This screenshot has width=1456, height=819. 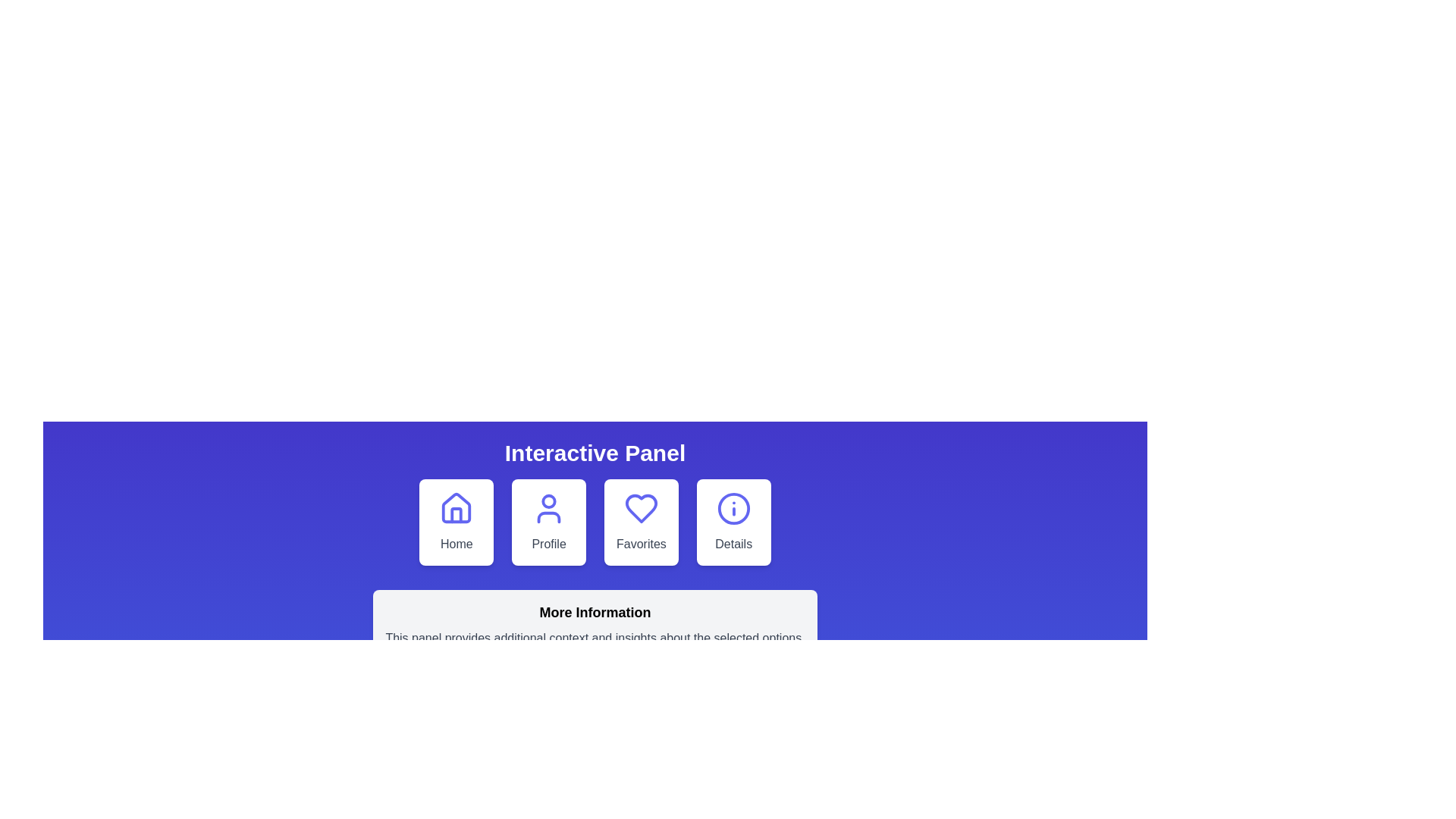 What do you see at coordinates (733, 509) in the screenshot?
I see `the circular icon with an 'i' symbol, which is displayed in indigo and positioned above the label 'Details'` at bounding box center [733, 509].